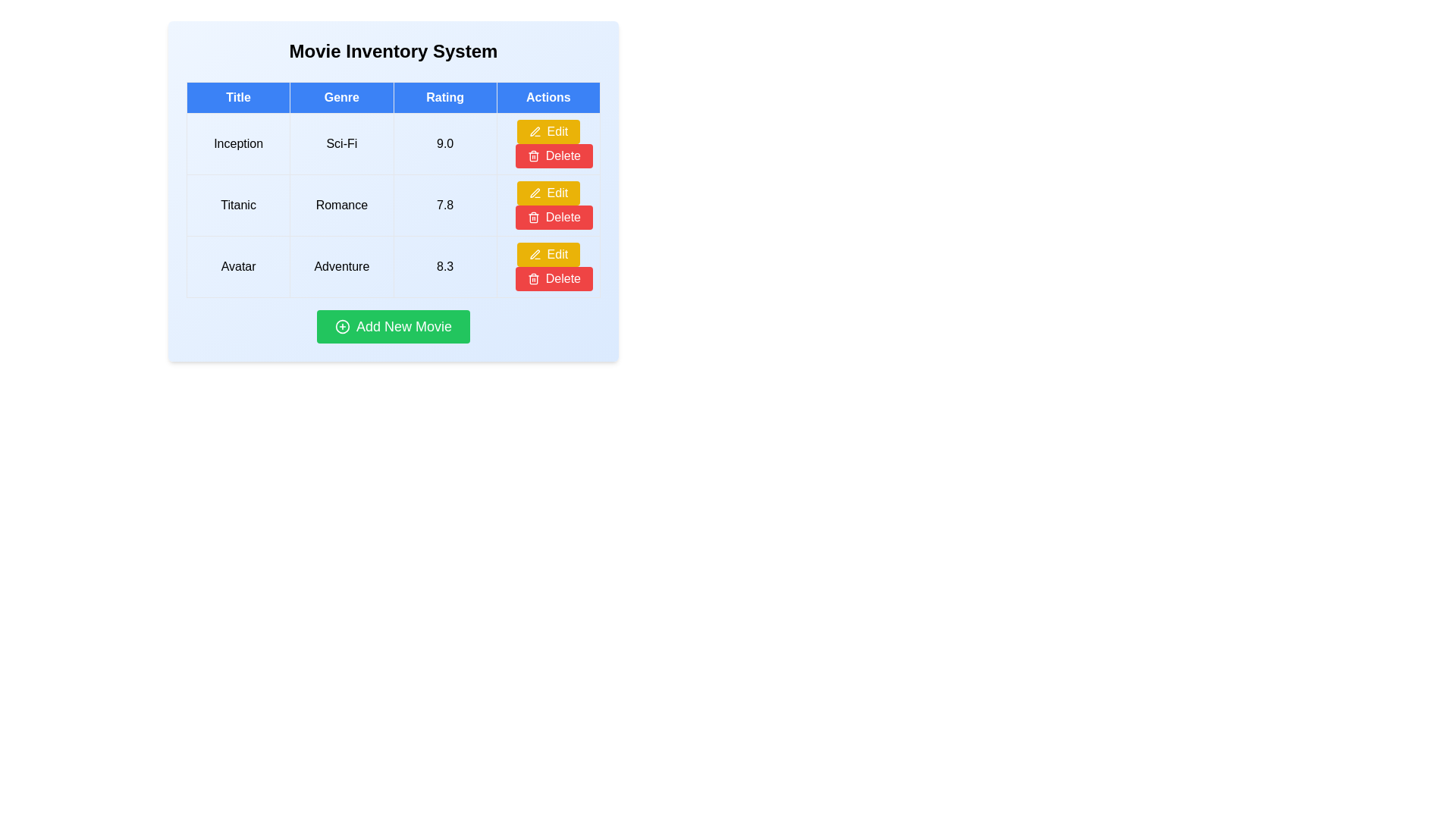 This screenshot has height=819, width=1456. What do you see at coordinates (340, 205) in the screenshot?
I see `the text label displaying 'Romance', which is the second column in the row titled 'Titanic' within the table under the header 'Genre'` at bounding box center [340, 205].